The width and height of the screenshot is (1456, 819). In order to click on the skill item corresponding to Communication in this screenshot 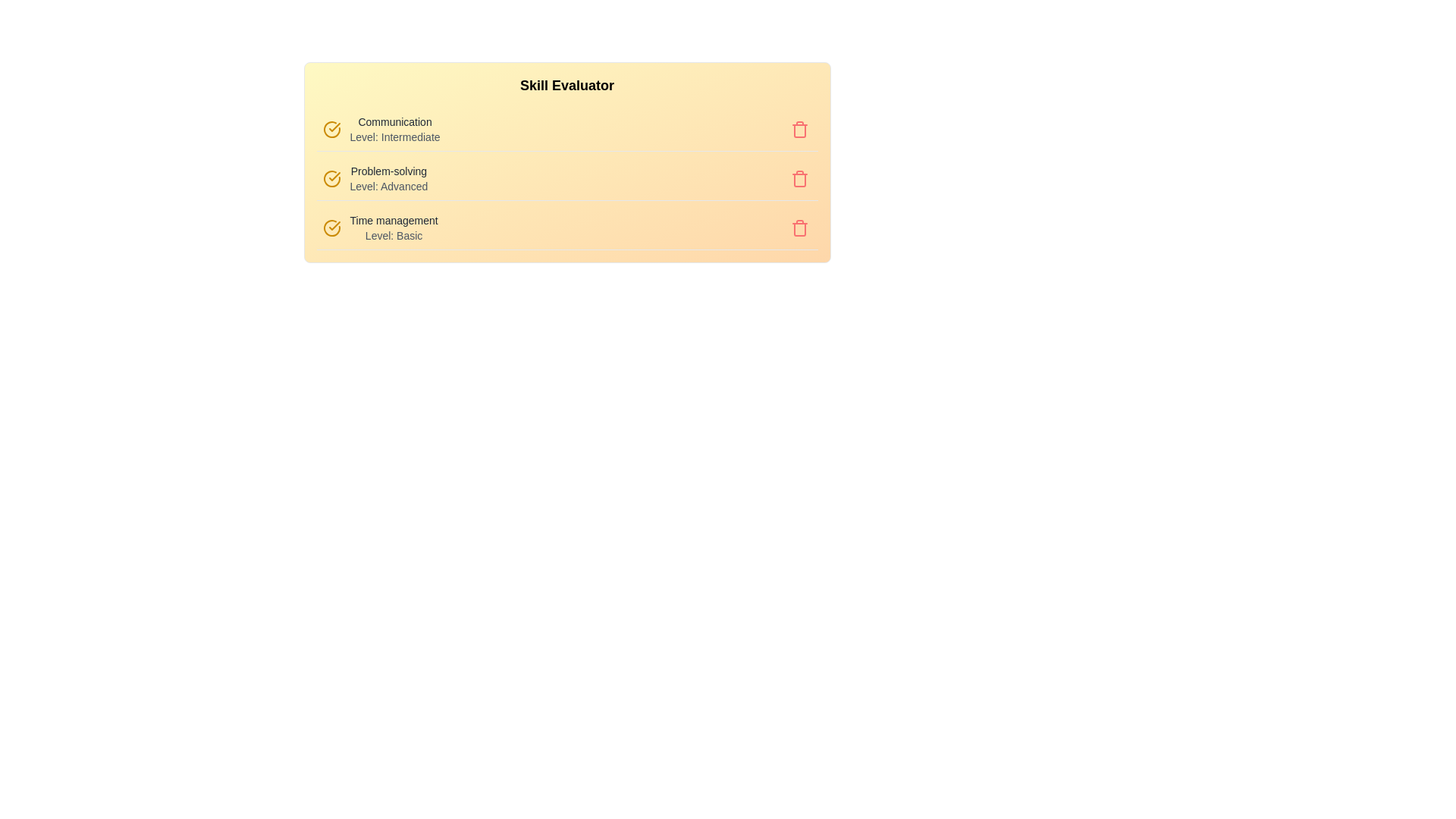, I will do `click(378, 113)`.